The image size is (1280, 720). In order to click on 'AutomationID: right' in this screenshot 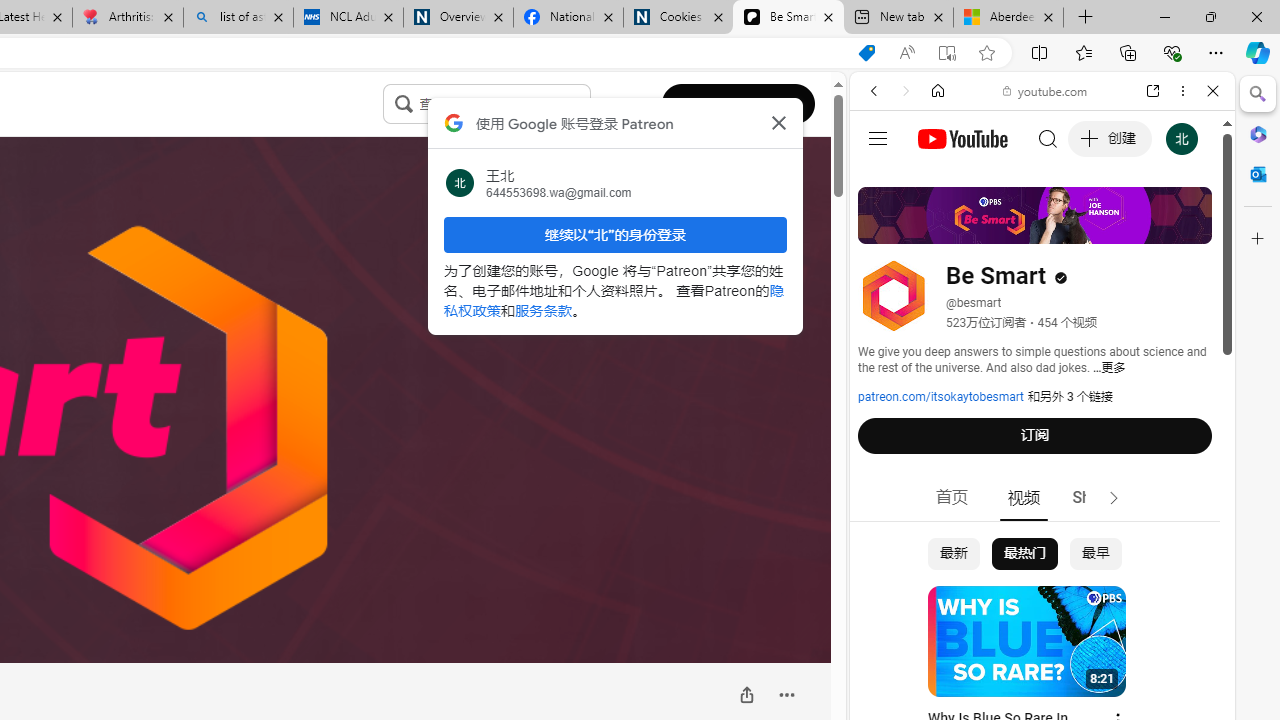, I will do `click(1113, 497)`.